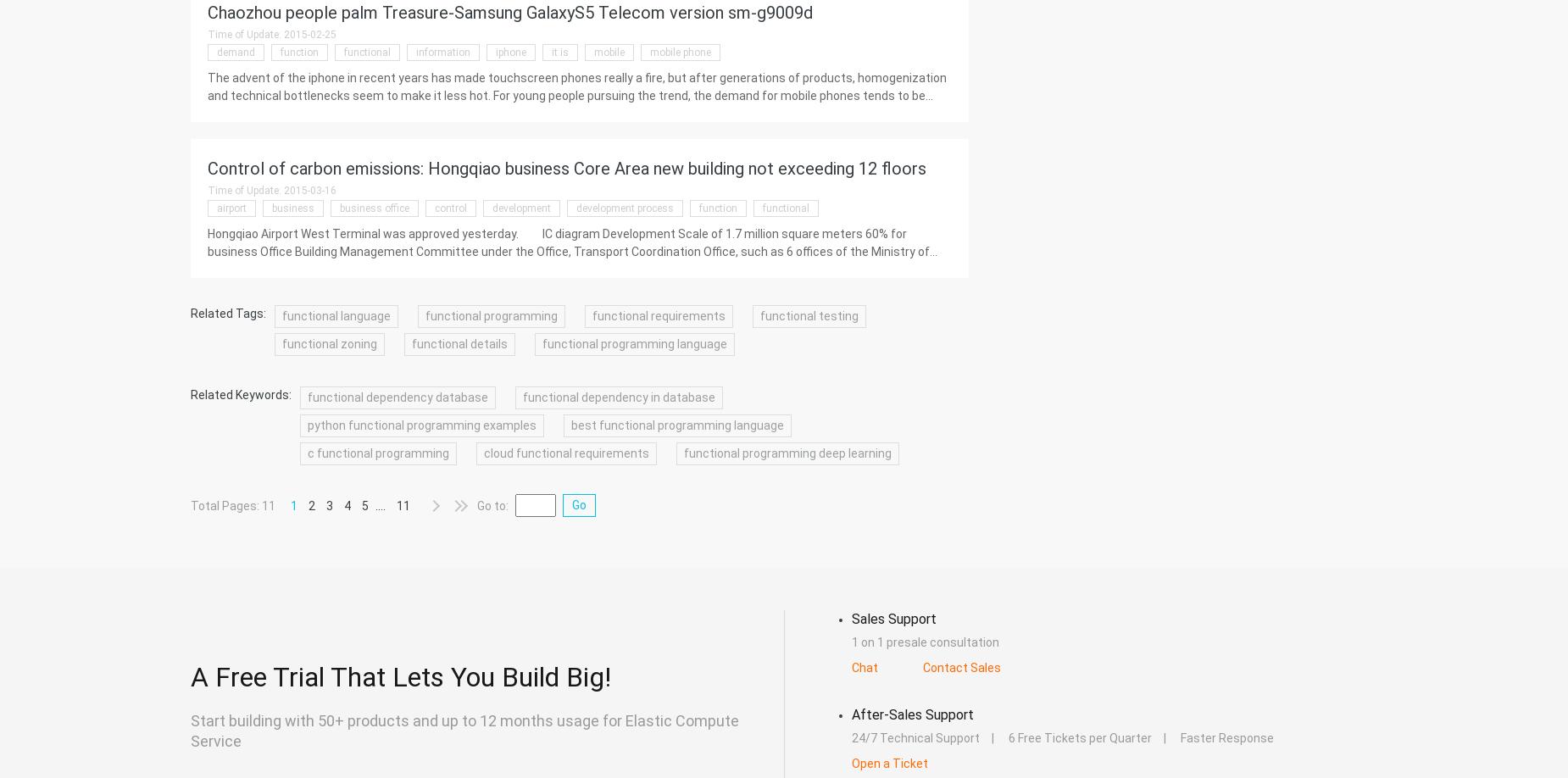 This screenshot has height=778, width=1568. I want to click on 'functional dependency in database', so click(522, 397).